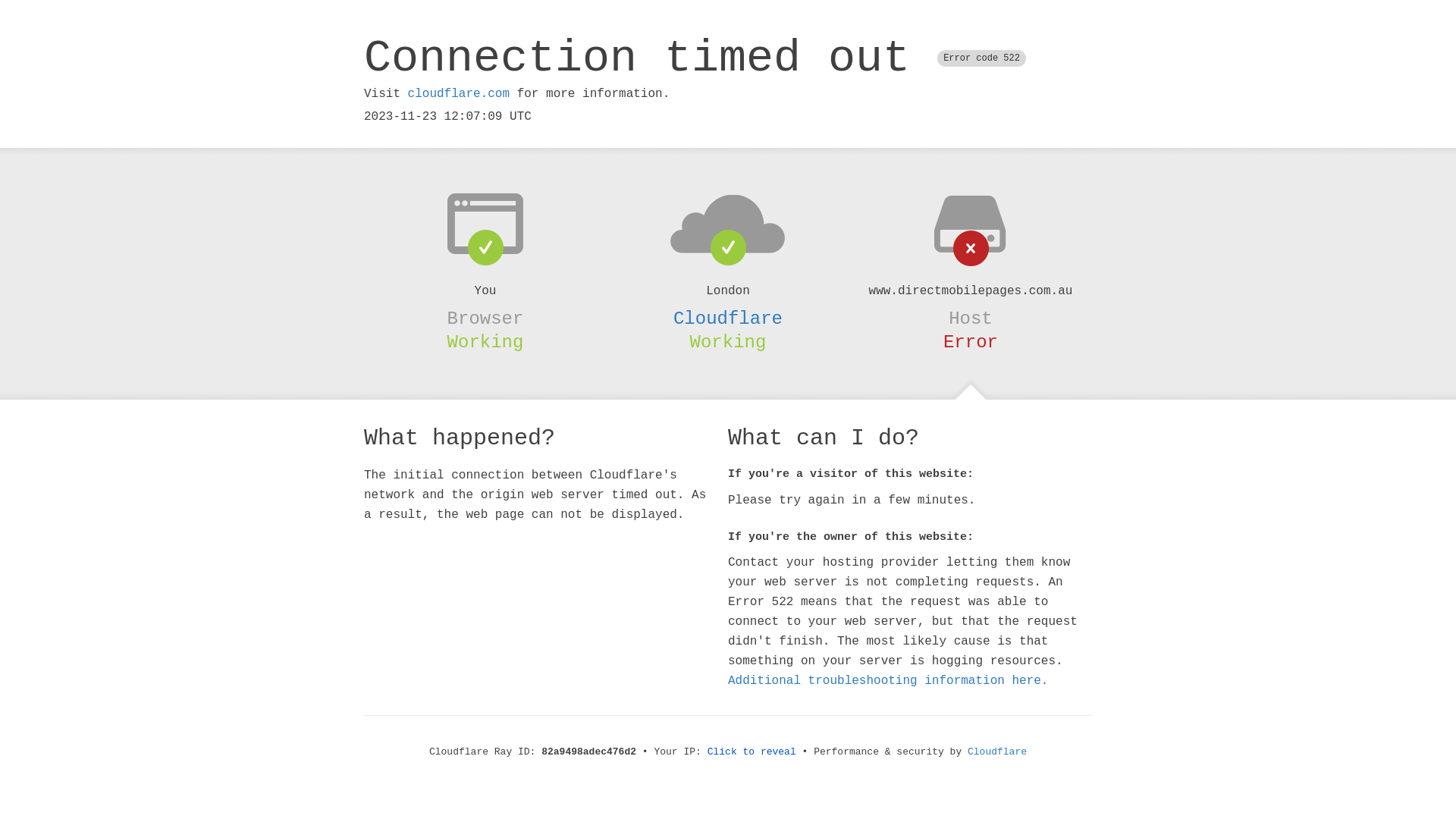 The width and height of the screenshot is (1456, 819). What do you see at coordinates (457, 93) in the screenshot?
I see `'cloudflare.com'` at bounding box center [457, 93].